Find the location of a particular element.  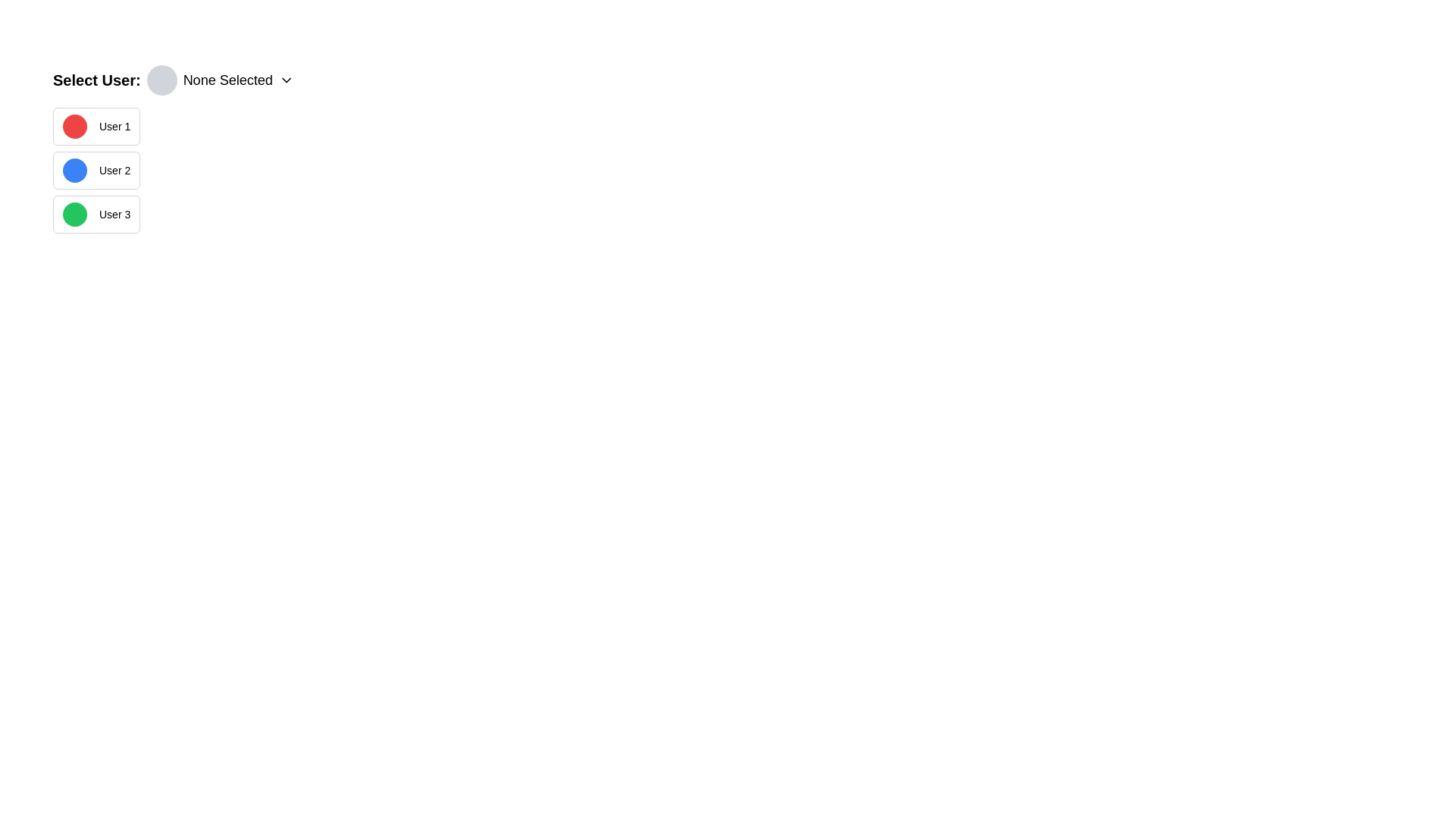

the dropdown menu indicator icon located immediately to the right of the text 'None Selected' is located at coordinates (286, 80).